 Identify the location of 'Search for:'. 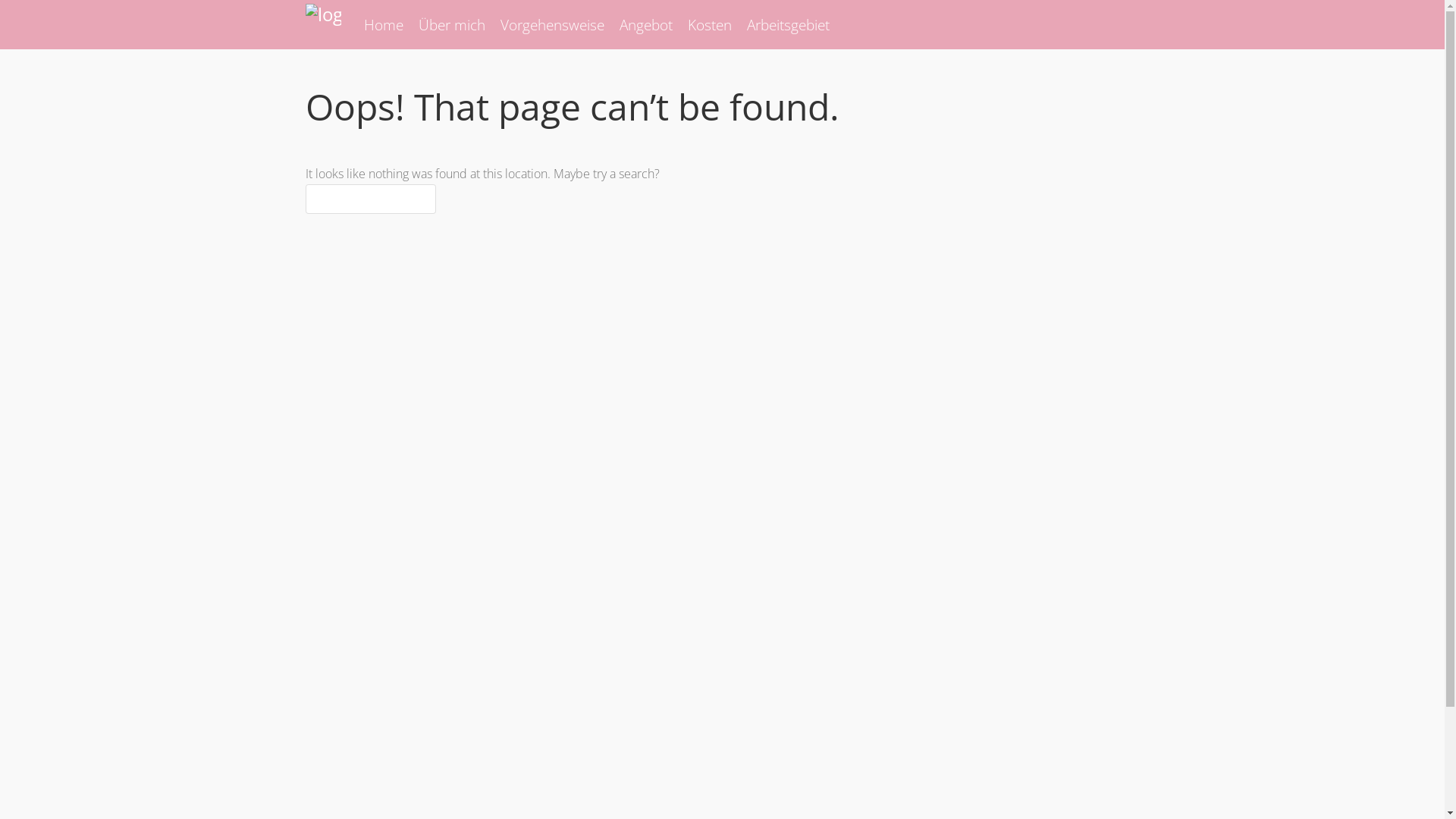
(304, 198).